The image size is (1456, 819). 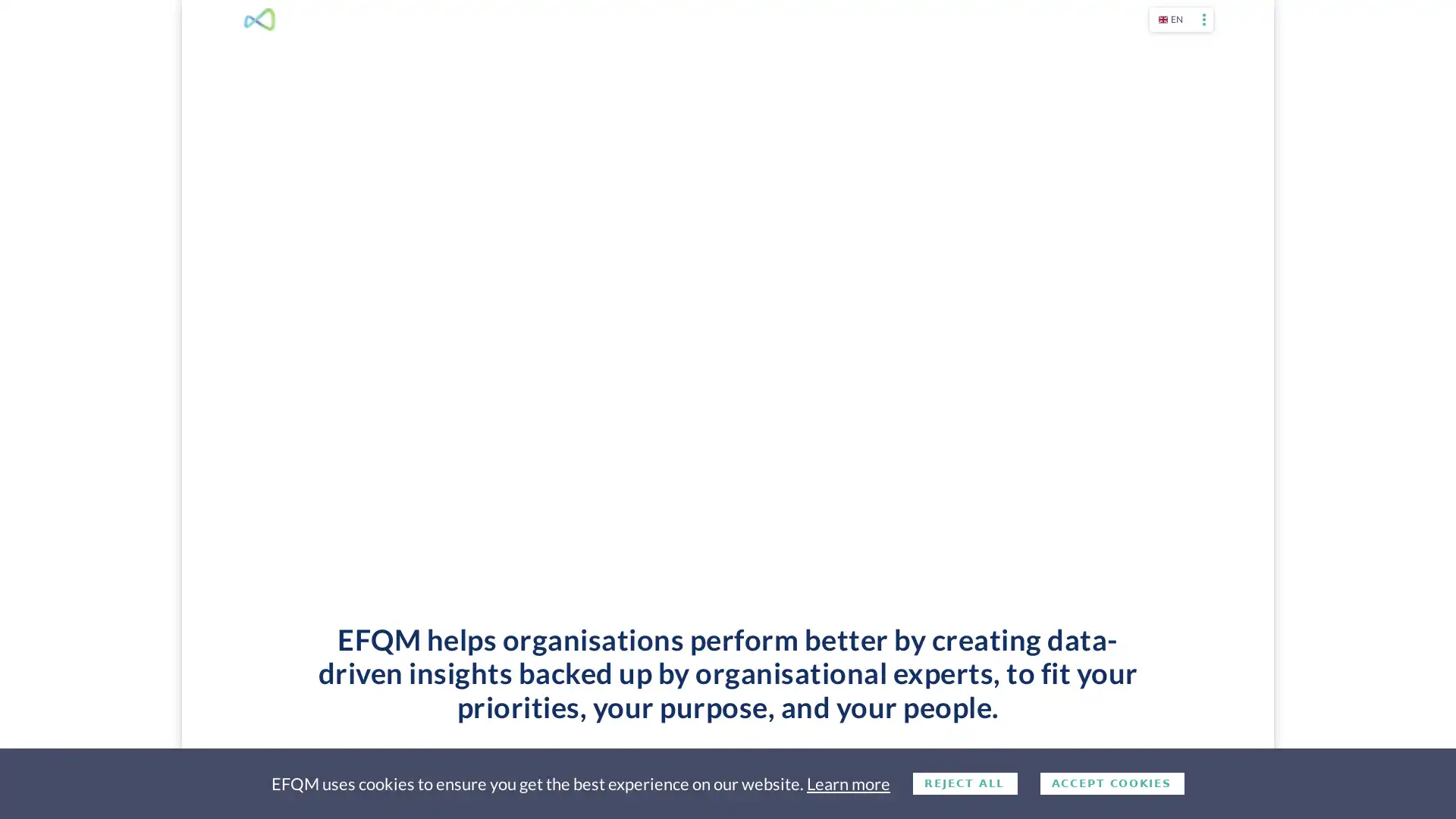 I want to click on WHAT WE DO, so click(x=886, y=54).